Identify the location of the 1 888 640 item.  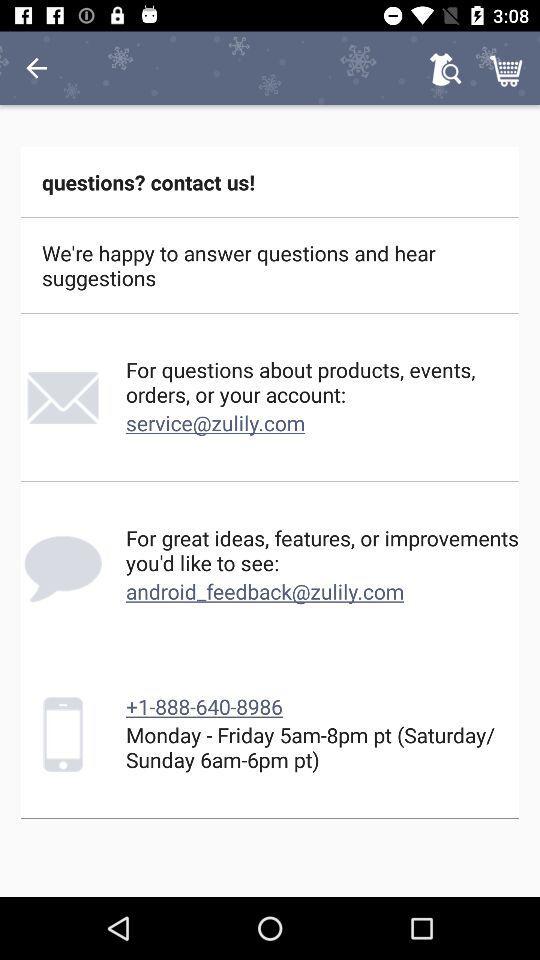
(203, 706).